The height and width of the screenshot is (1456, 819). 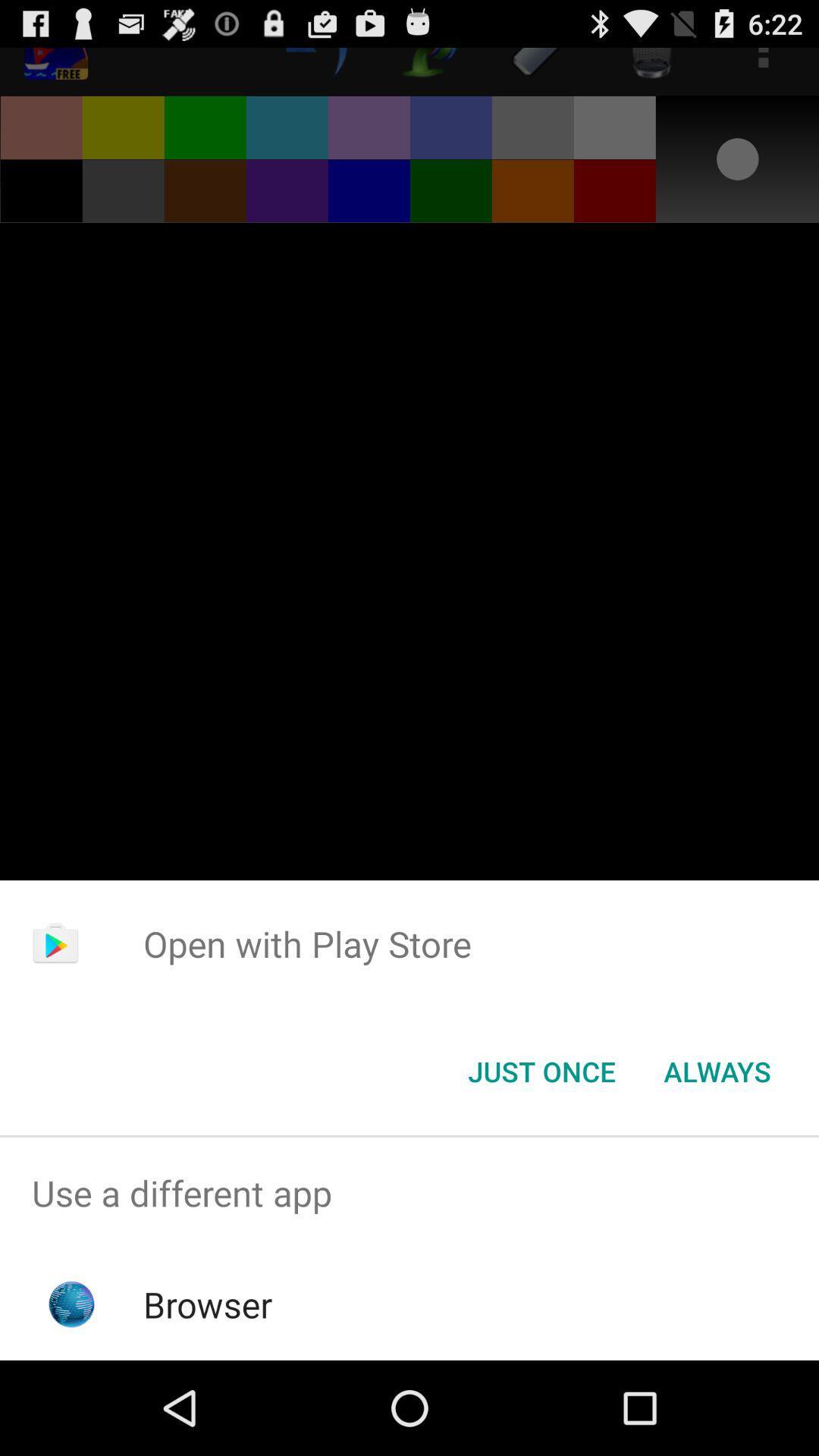 What do you see at coordinates (541, 1070) in the screenshot?
I see `icon next to always icon` at bounding box center [541, 1070].